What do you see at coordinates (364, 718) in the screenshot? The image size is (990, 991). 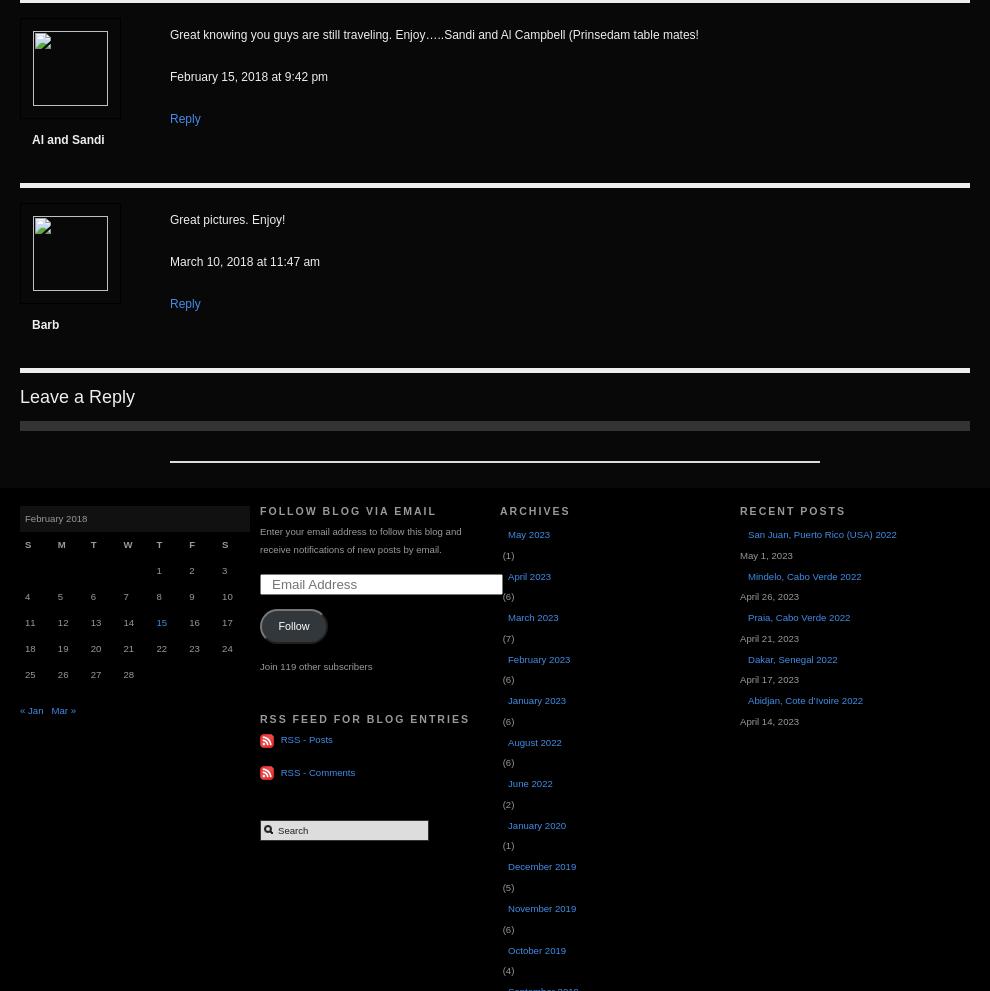 I see `'RSS FEED FOR BLOG ENTRIES'` at bounding box center [364, 718].